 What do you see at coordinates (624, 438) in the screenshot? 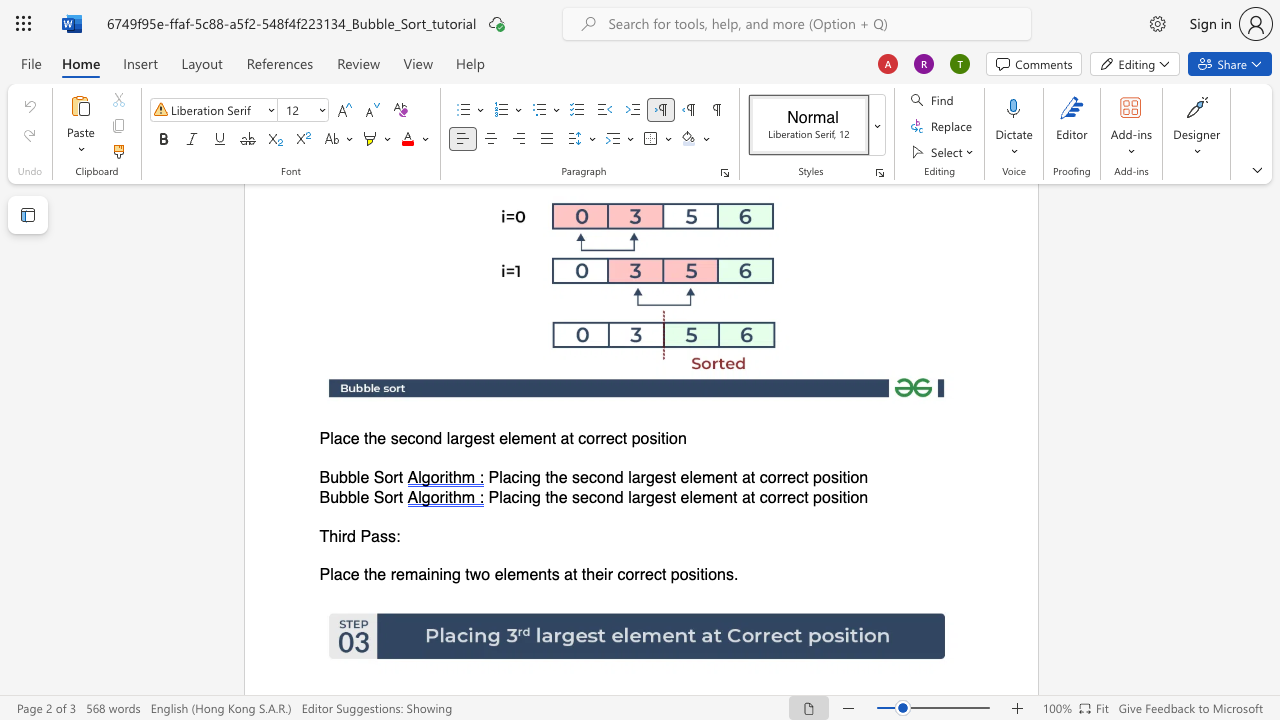
I see `the 5th character "t" in the text` at bounding box center [624, 438].